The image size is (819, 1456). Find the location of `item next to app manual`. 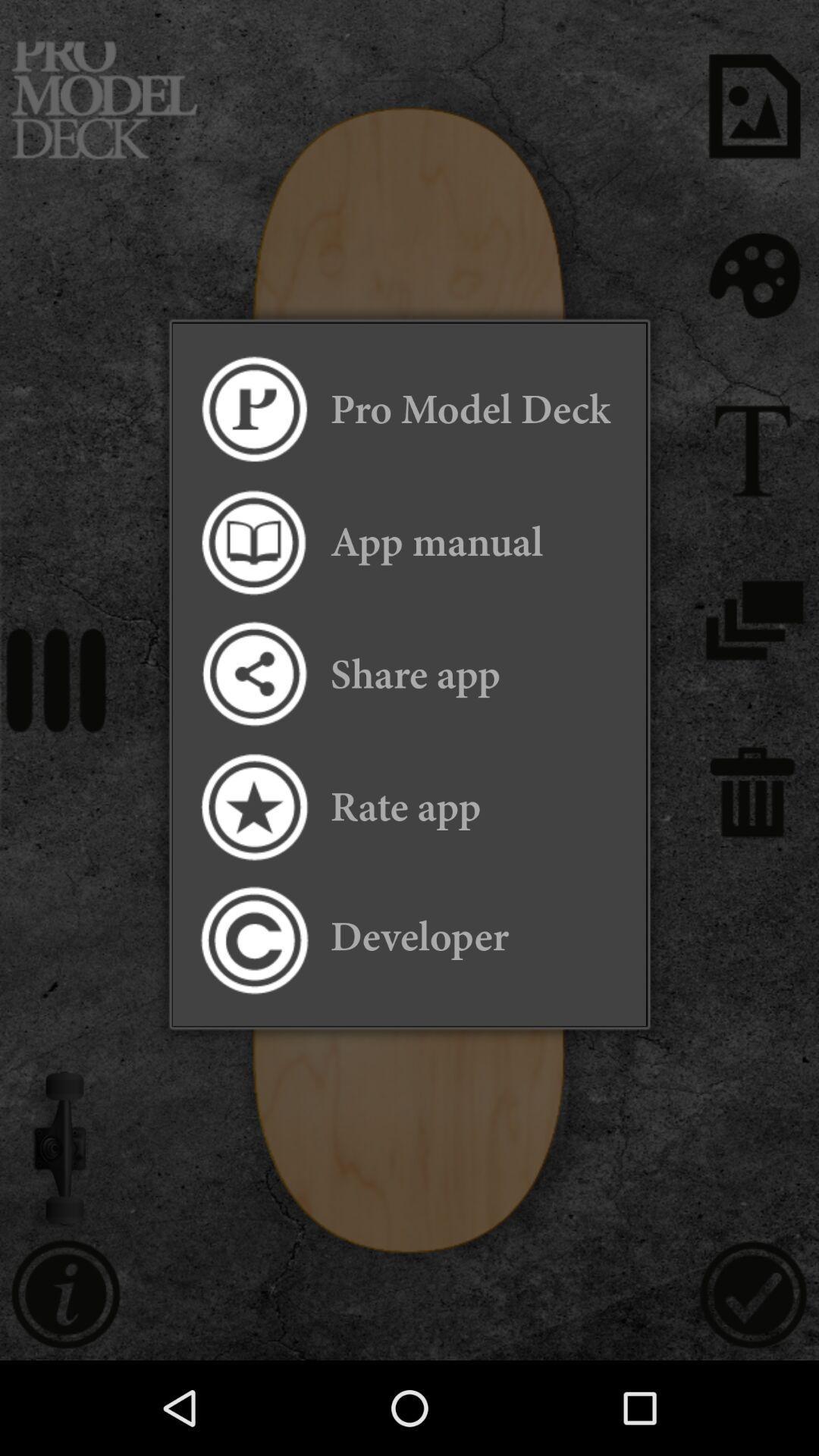

item next to app manual is located at coordinates (253, 542).